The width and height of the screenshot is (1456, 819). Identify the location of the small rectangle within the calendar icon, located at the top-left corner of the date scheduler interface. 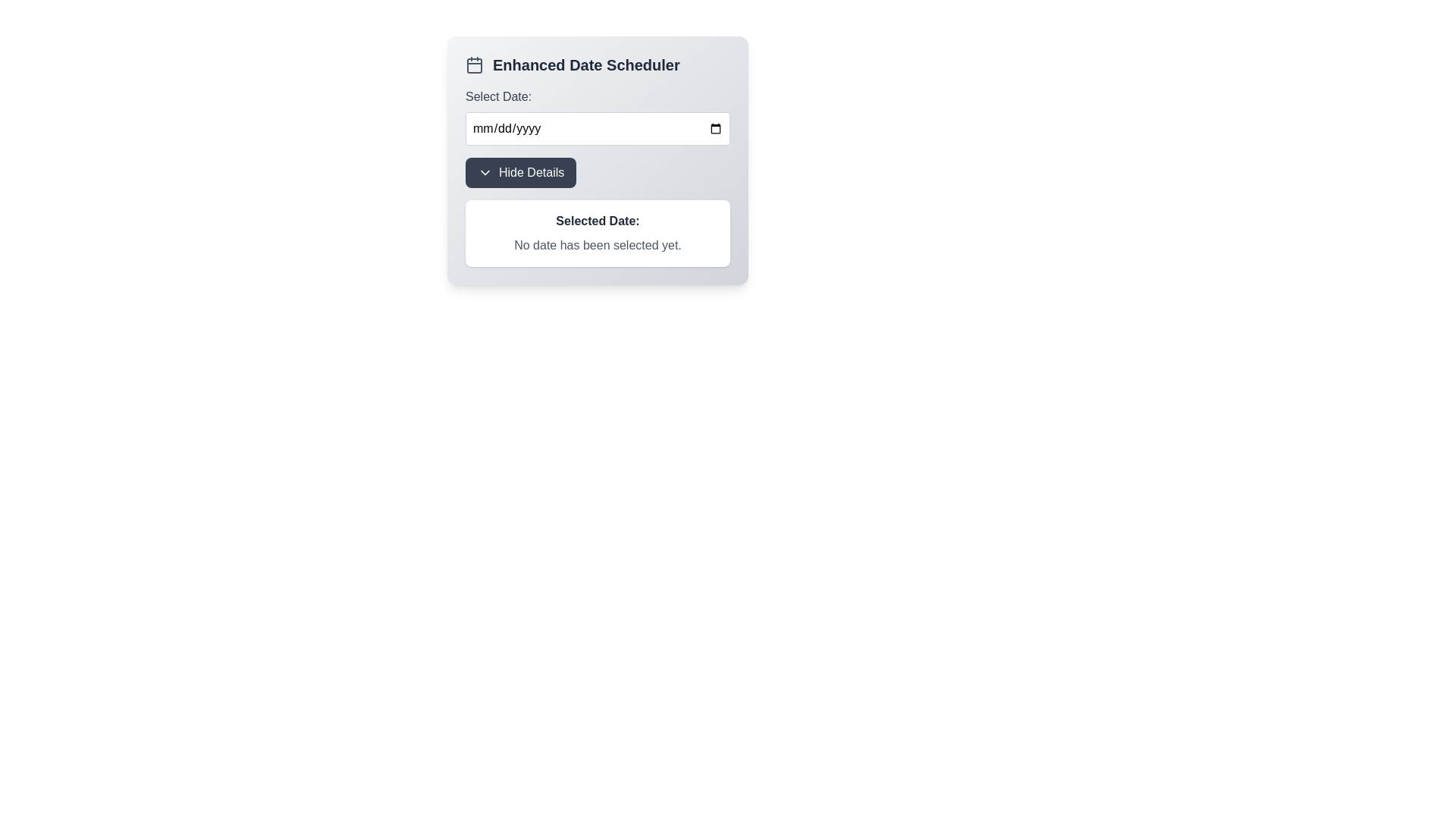
(473, 65).